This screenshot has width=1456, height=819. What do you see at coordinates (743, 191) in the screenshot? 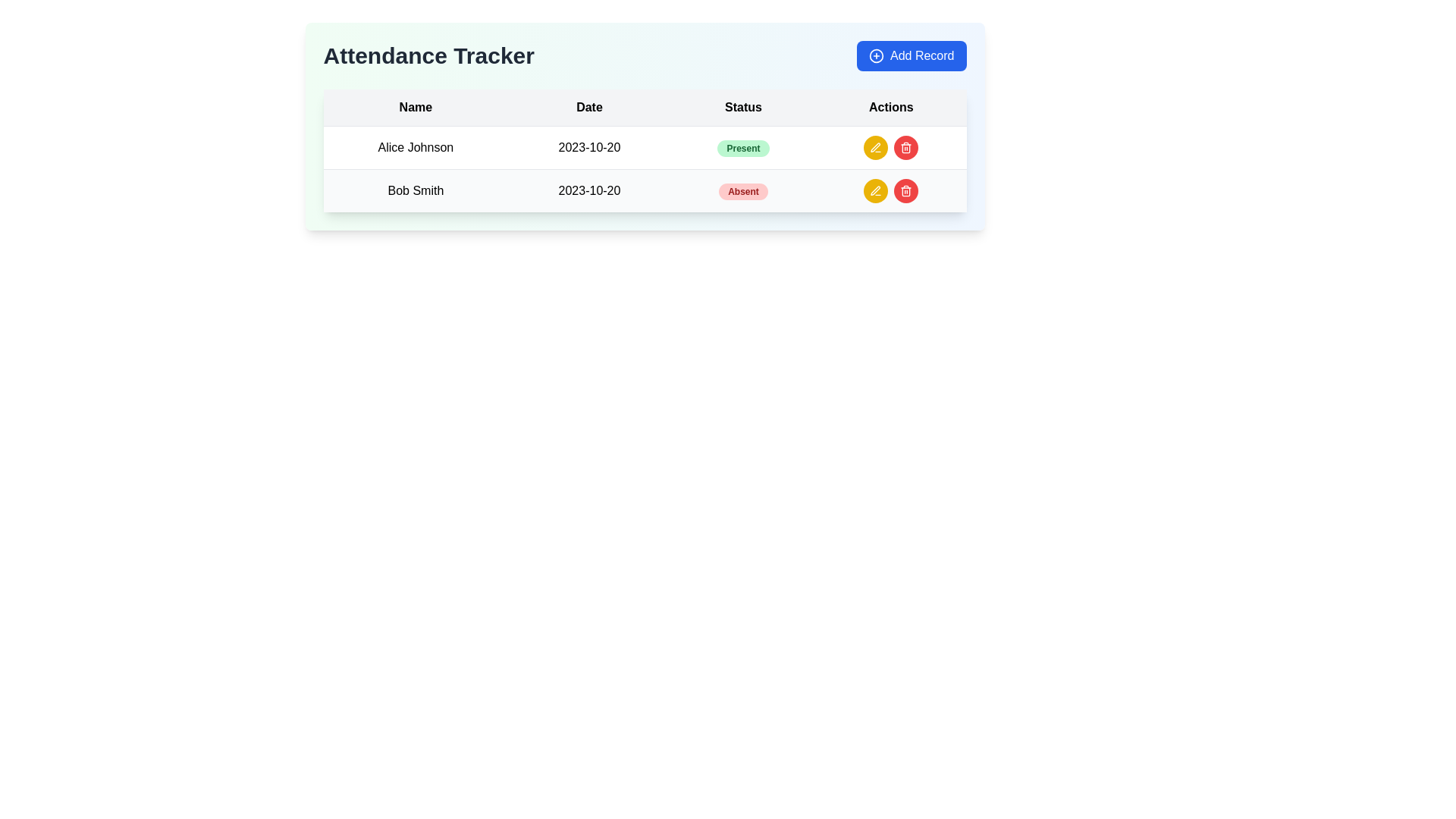
I see `the pill-shaped badge containing the text 'Absent' with a red background, located in the 'Status' column of the second row for 'Bob Smith'` at bounding box center [743, 191].